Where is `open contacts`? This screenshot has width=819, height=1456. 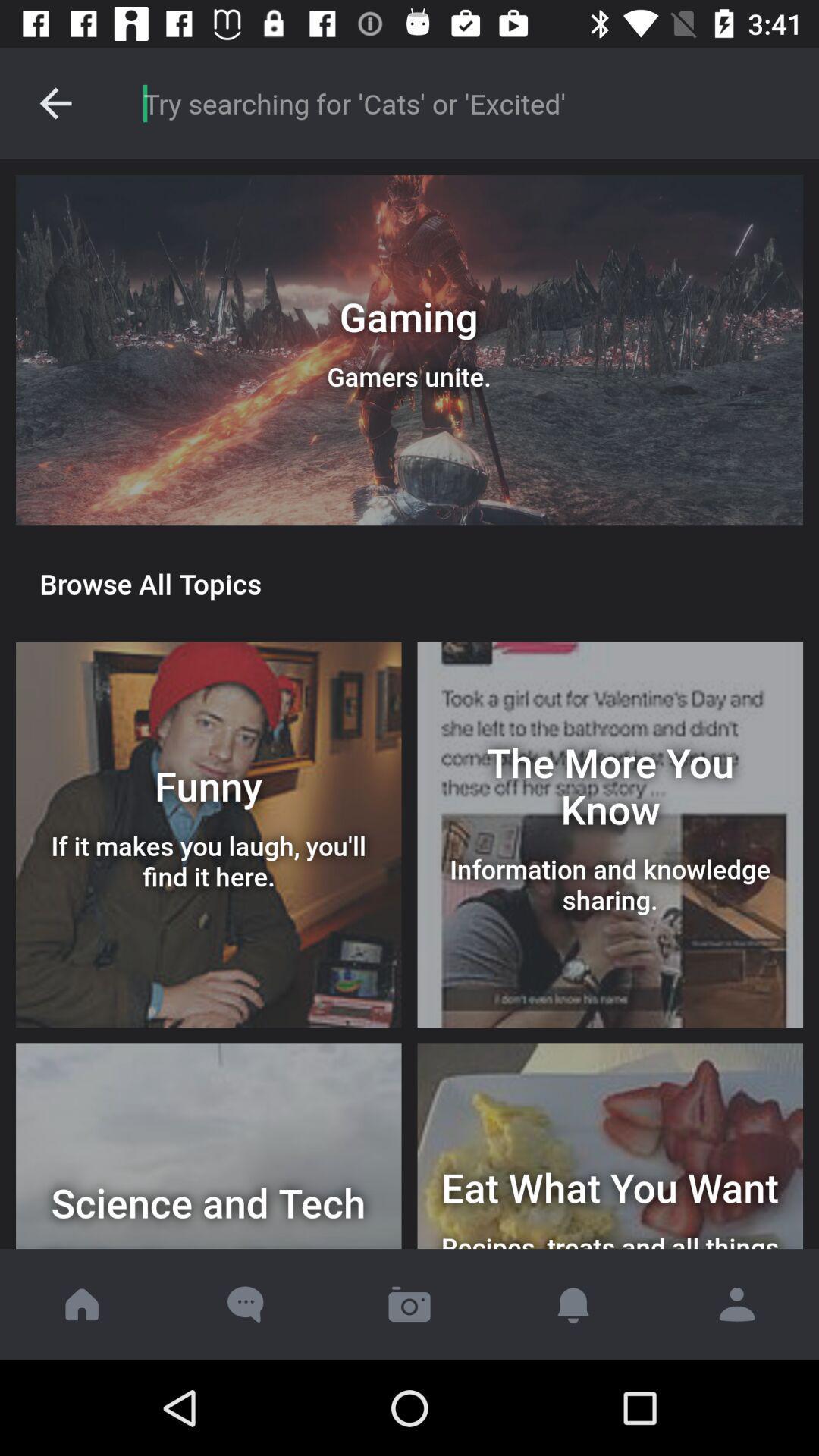 open contacts is located at coordinates (736, 1304).